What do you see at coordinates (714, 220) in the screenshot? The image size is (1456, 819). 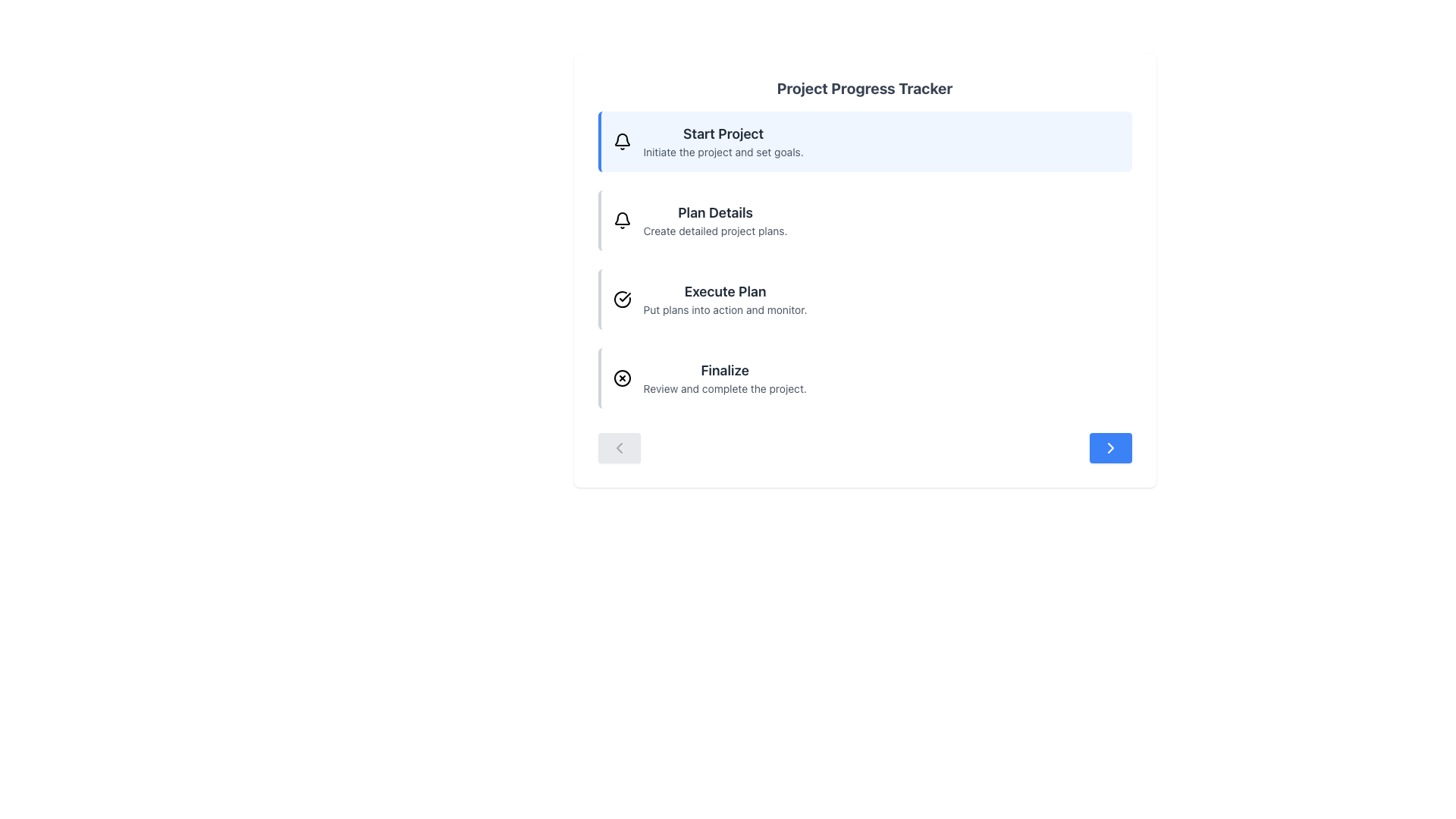 I see `the 'Plan Details' Text Display Unit, which contains the title 'Plan Details' in bold and the description 'Create detailed project plans.' in regular style, positioned centrally in the 'Project Progress Tracker' interface` at bounding box center [714, 220].